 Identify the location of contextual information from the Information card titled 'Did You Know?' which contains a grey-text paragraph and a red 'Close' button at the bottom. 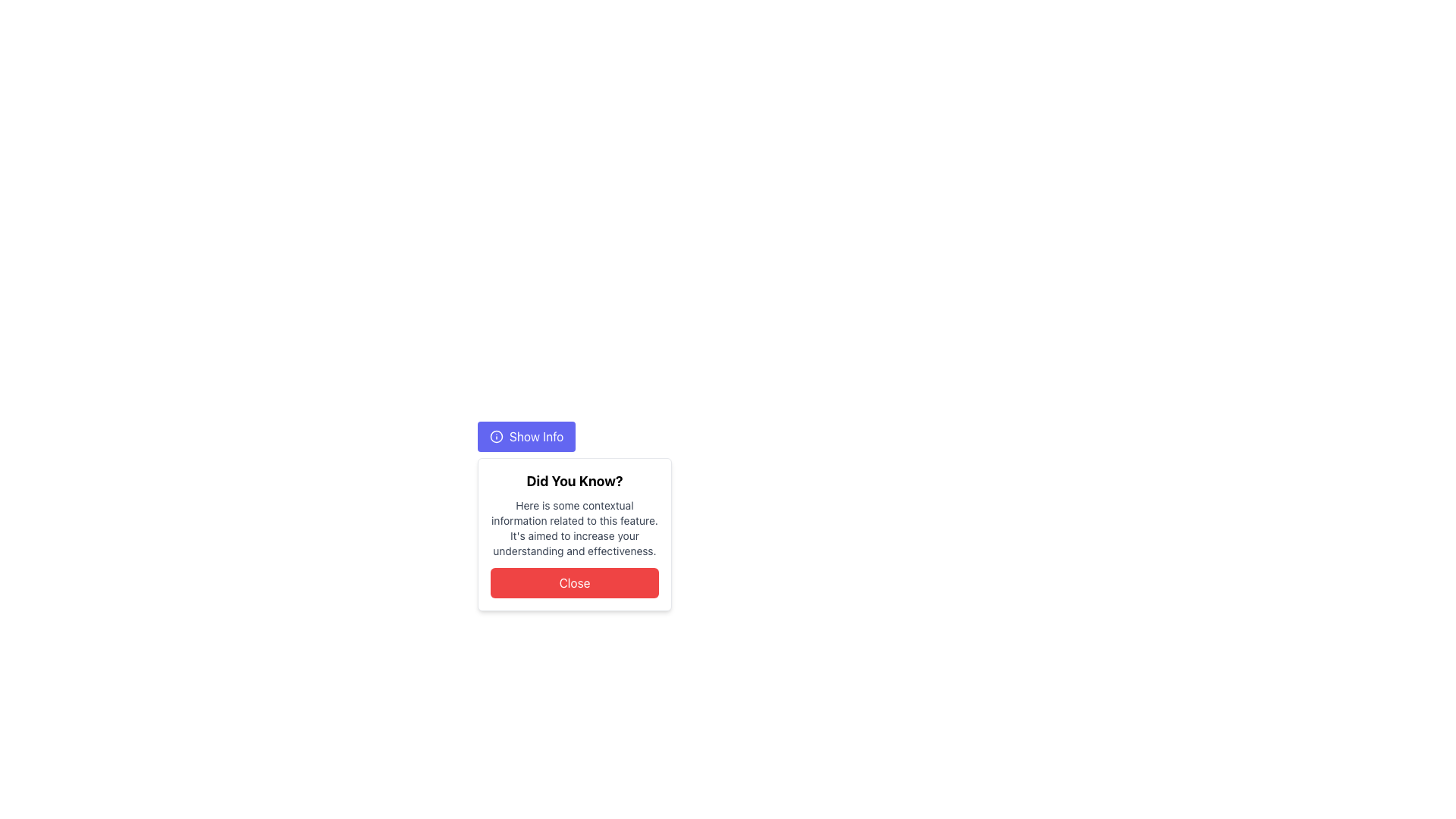
(654, 581).